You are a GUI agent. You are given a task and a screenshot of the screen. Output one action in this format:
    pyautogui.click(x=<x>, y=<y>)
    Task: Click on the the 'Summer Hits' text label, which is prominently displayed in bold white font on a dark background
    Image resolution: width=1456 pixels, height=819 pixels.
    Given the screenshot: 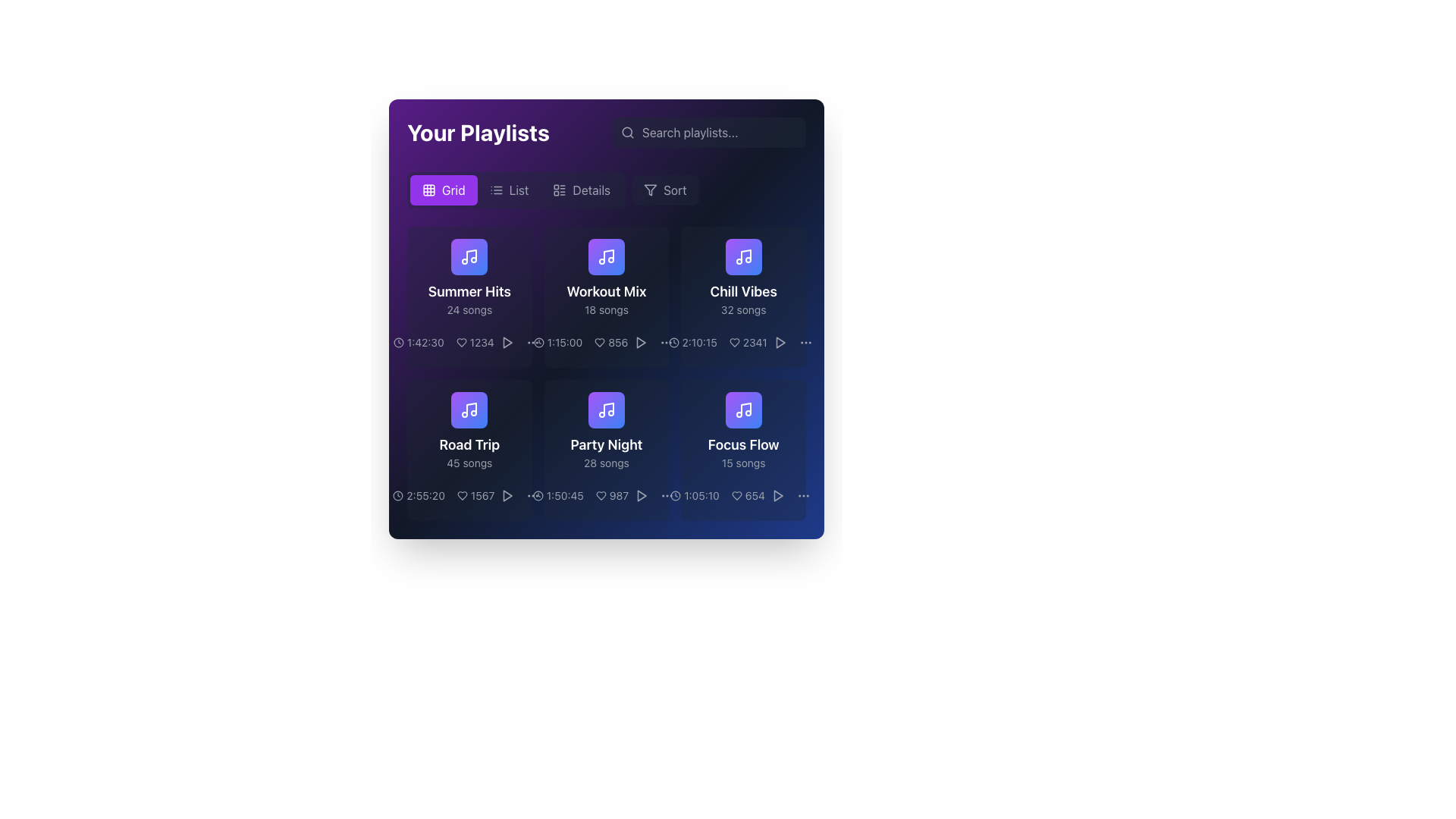 What is the action you would take?
    pyautogui.click(x=469, y=292)
    